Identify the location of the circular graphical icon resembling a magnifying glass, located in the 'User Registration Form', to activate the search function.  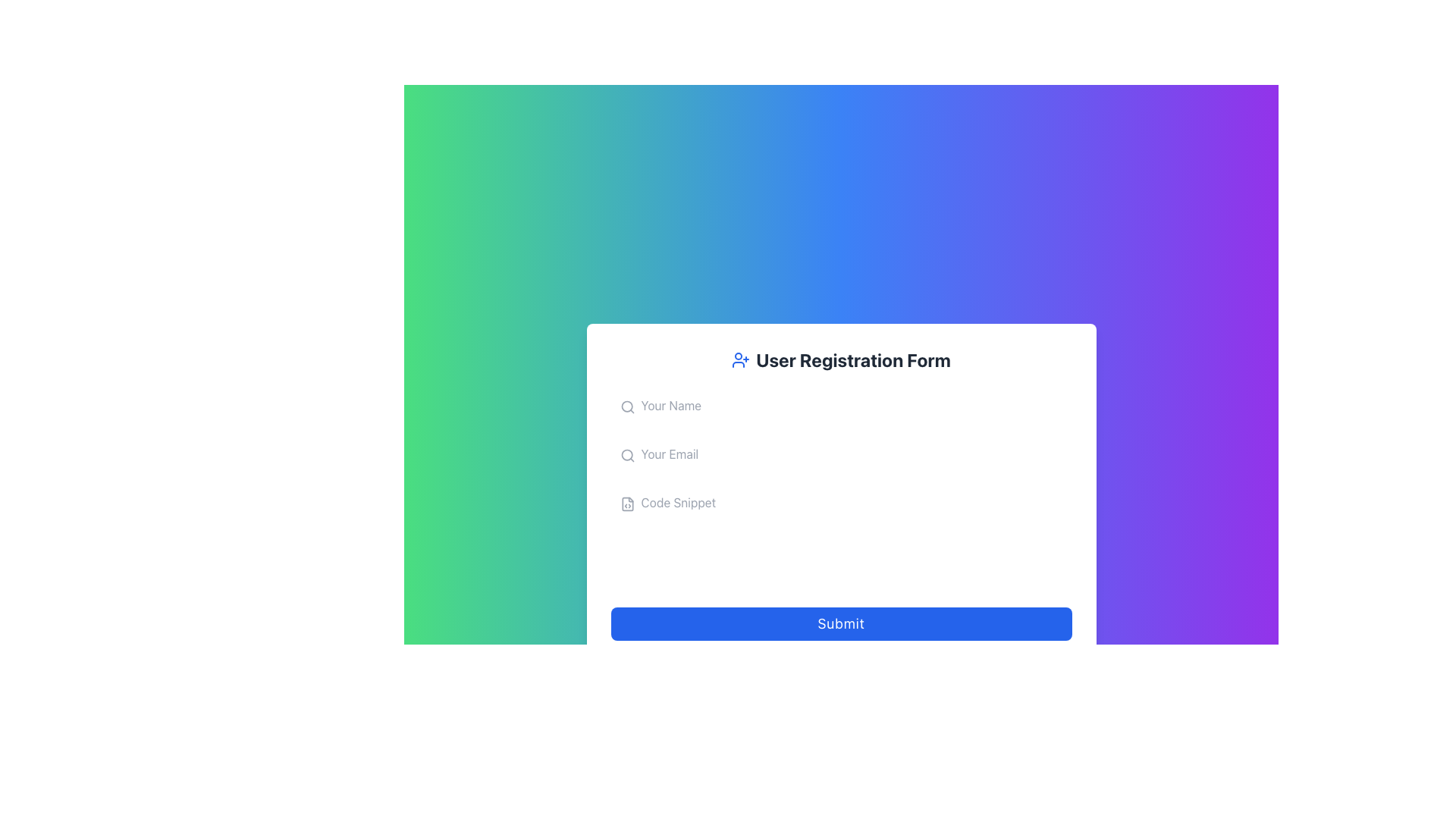
(626, 454).